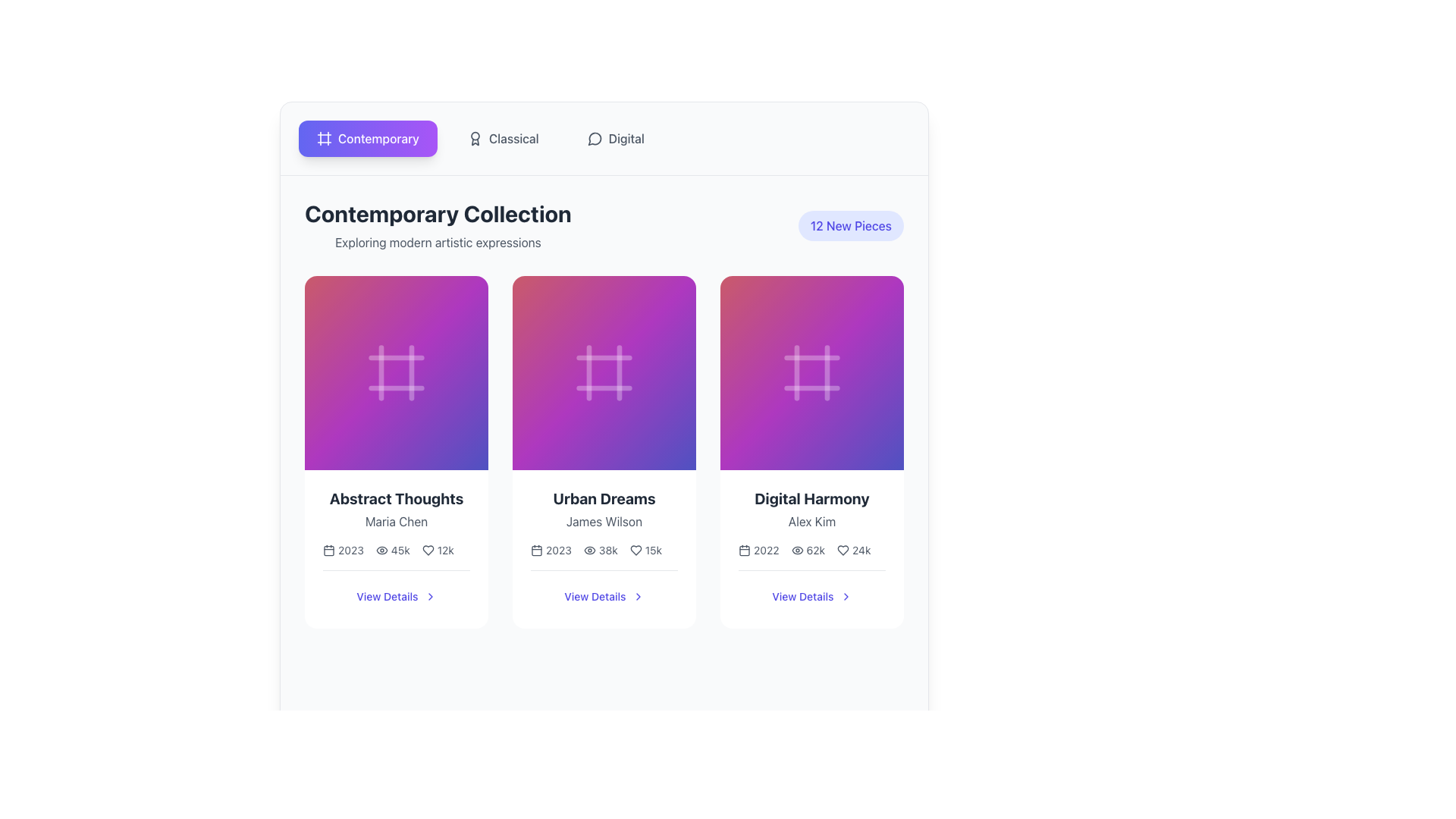  I want to click on the List item in the second column of the Contemporary Collection, which features a gradient background, title, author's name, and metadata including a call-to-action link labeled 'View Details', so click(603, 451).